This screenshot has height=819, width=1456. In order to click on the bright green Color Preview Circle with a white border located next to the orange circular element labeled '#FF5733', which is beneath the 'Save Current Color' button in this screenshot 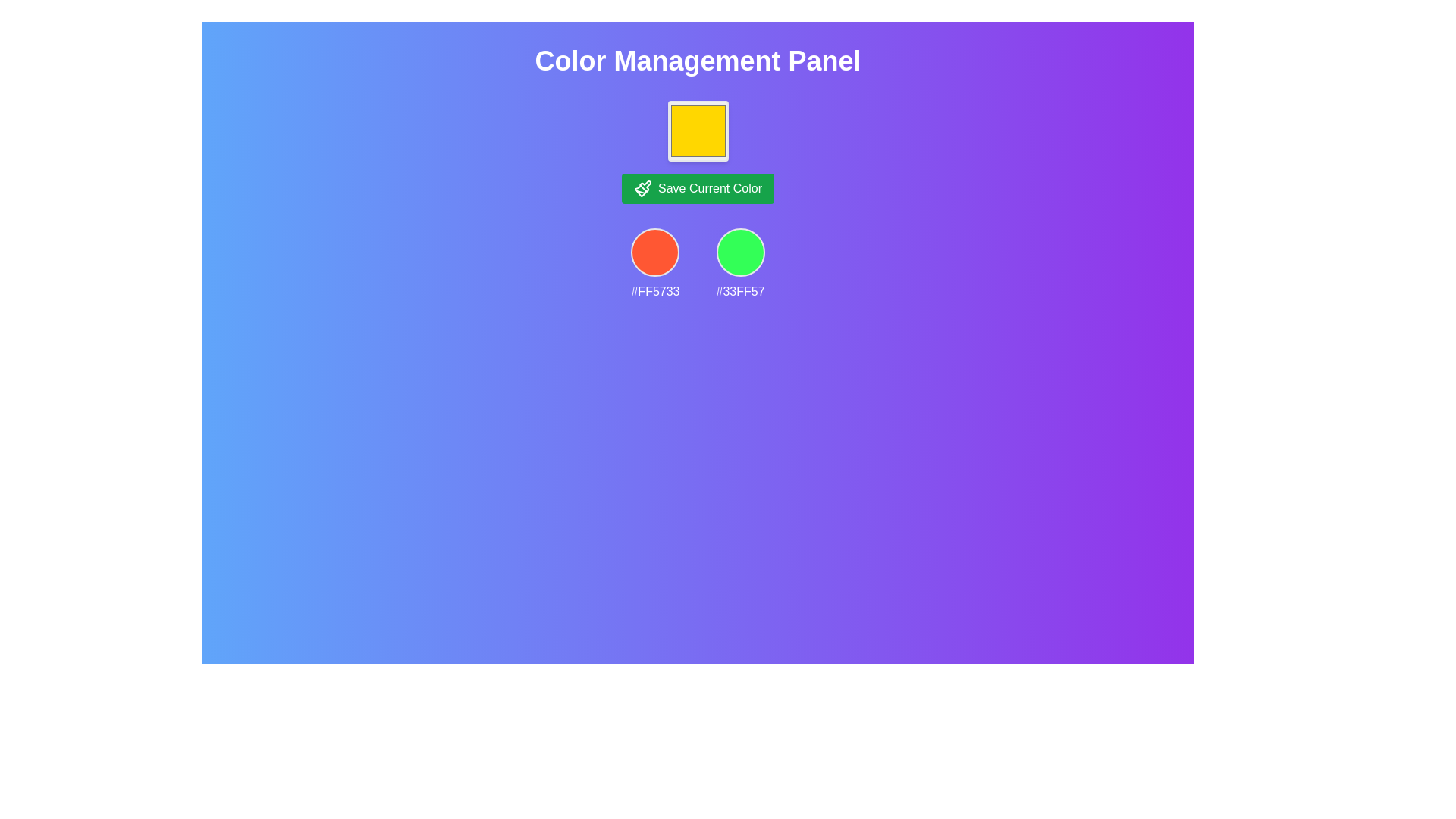, I will do `click(740, 251)`.